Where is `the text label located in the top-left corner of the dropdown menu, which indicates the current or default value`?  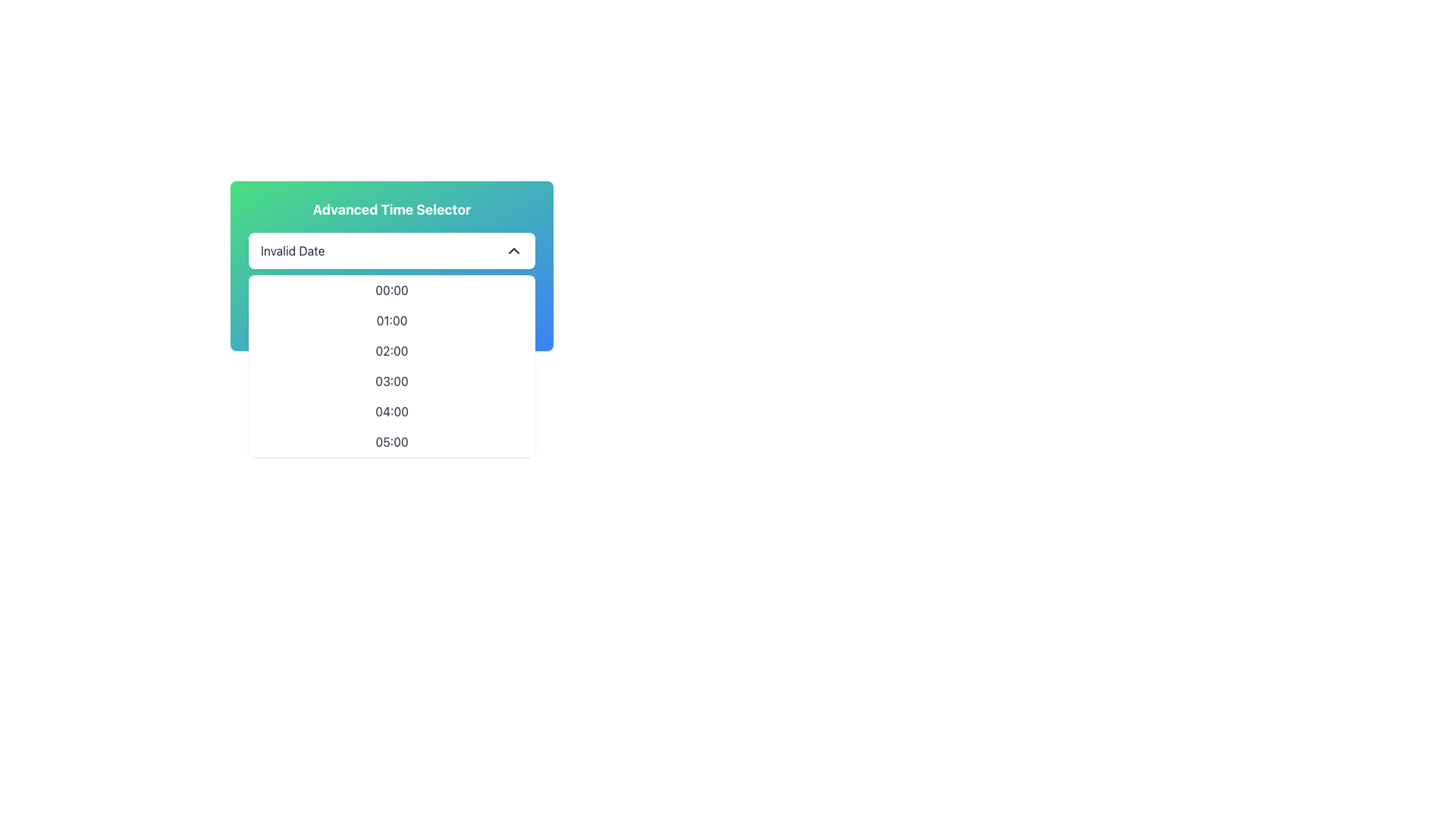
the text label located in the top-left corner of the dropdown menu, which indicates the current or default value is located at coordinates (293, 250).